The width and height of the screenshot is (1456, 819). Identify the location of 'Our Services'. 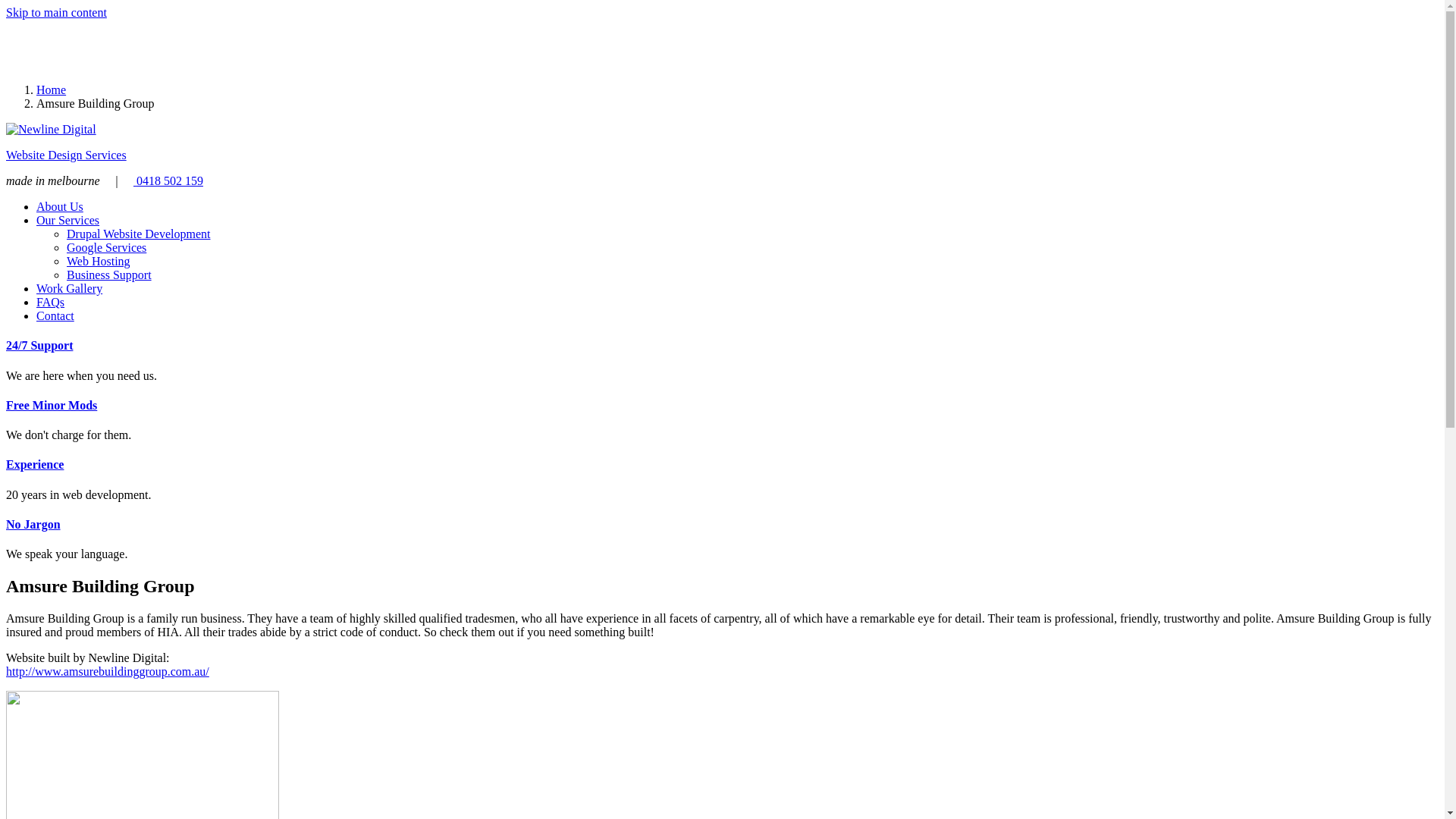
(67, 220).